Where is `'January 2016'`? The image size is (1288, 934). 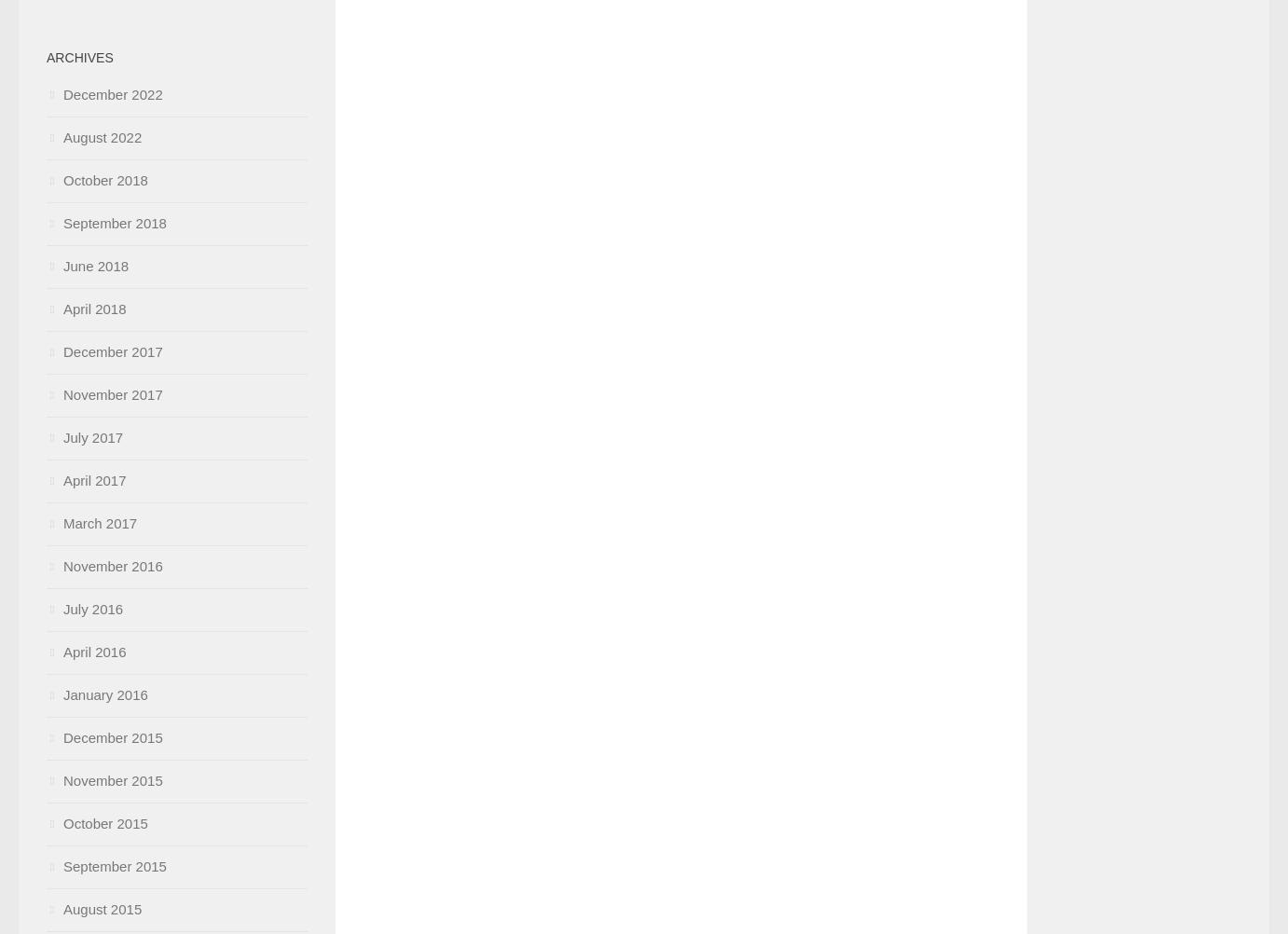 'January 2016' is located at coordinates (62, 694).